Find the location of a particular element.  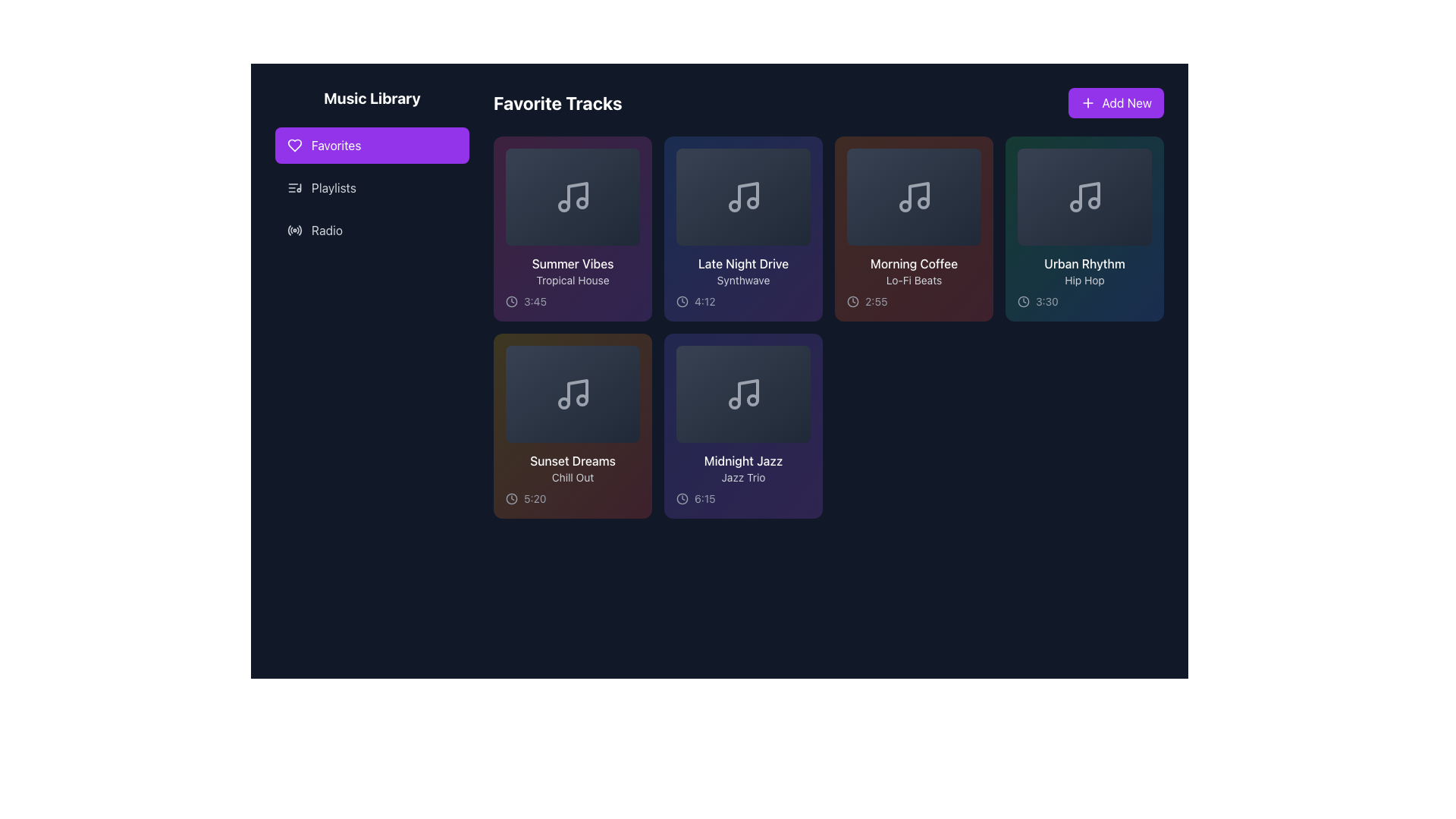

the play button located in the top-right corner of the 'Sunset Dreams' card is located at coordinates (630, 354).